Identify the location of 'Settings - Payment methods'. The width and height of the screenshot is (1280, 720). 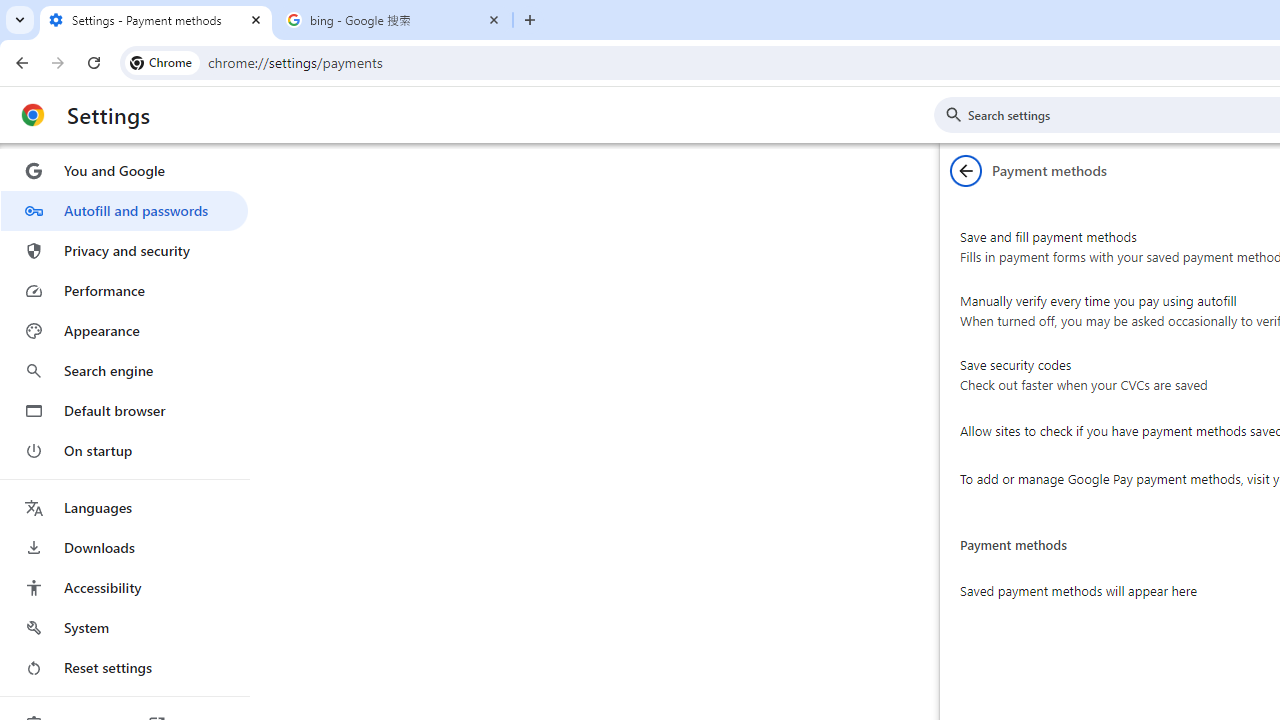
(155, 20).